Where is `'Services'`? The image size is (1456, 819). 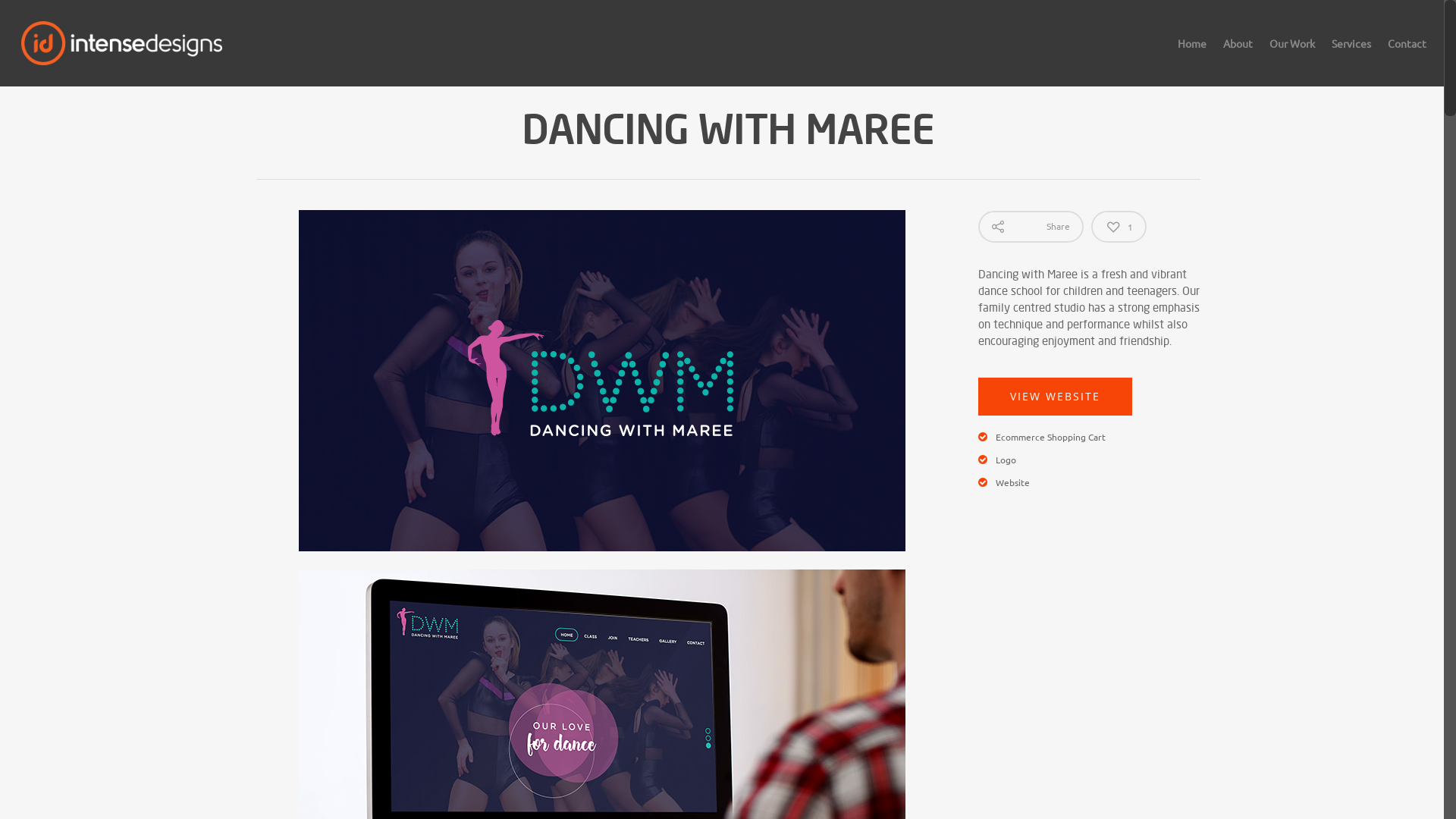
'Services' is located at coordinates (1351, 52).